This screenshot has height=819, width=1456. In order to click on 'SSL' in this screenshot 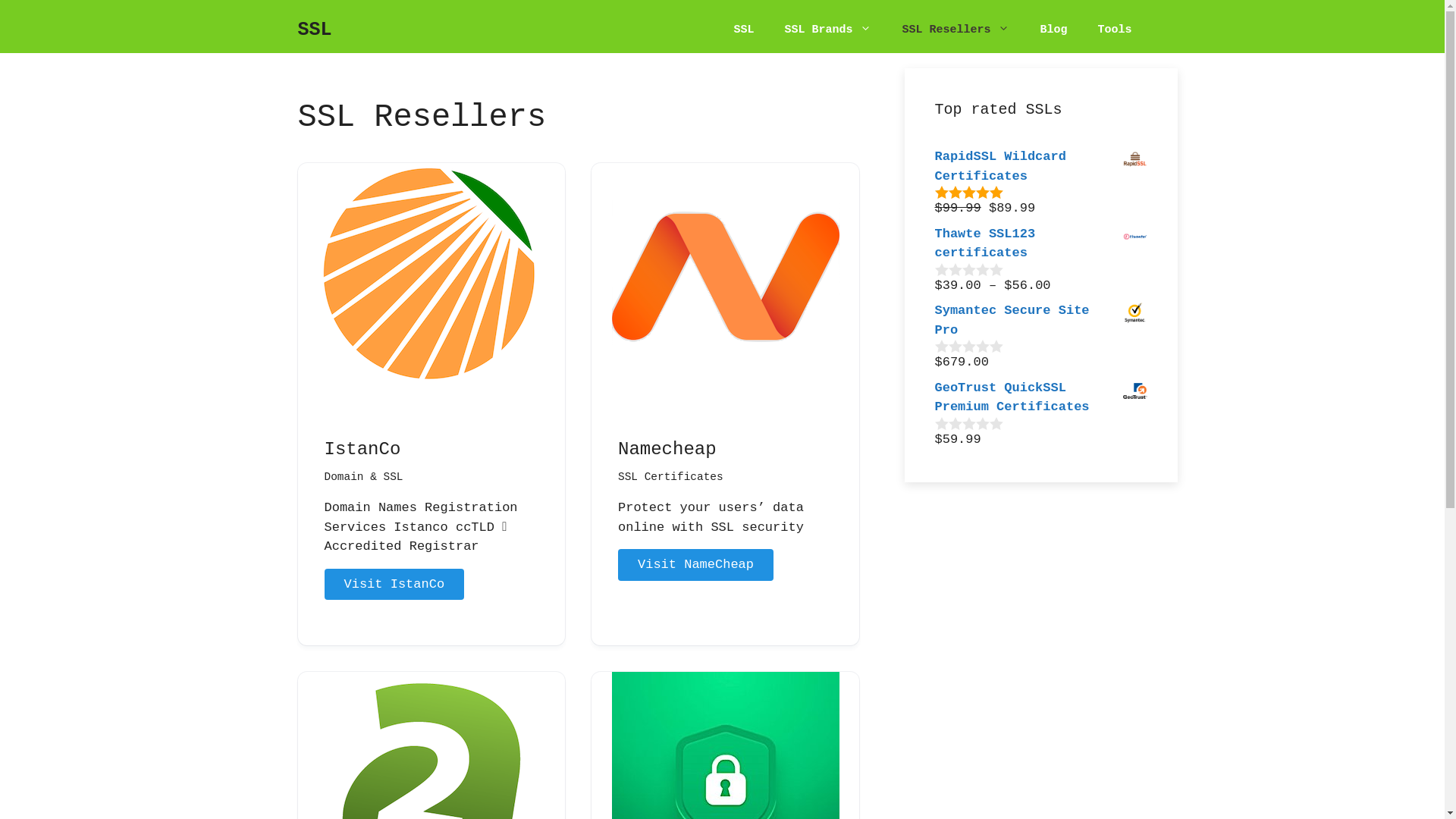, I will do `click(743, 30)`.